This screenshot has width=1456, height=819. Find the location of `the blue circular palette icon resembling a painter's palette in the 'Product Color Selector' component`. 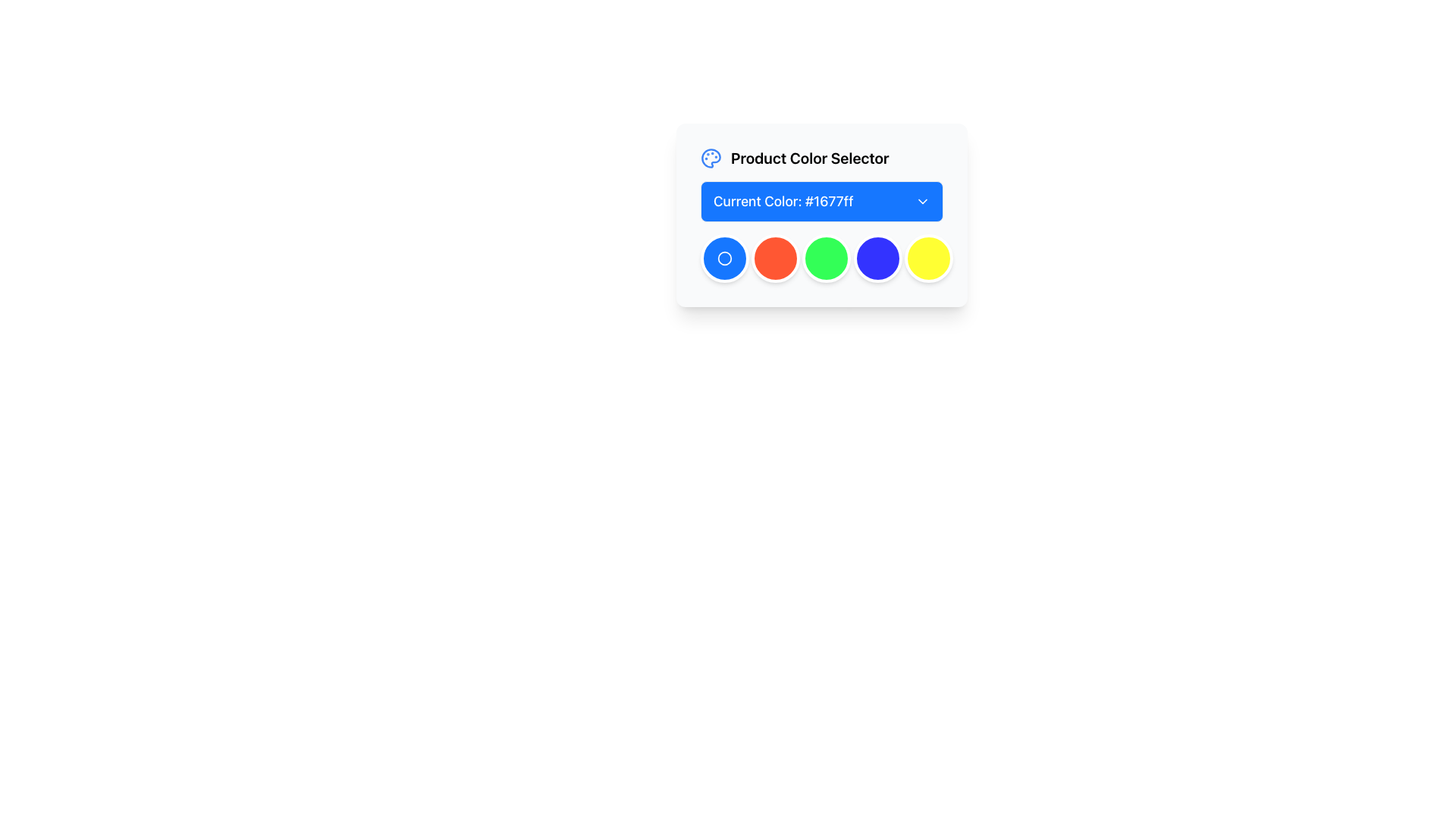

the blue circular palette icon resembling a painter's palette in the 'Product Color Selector' component is located at coordinates (710, 158).